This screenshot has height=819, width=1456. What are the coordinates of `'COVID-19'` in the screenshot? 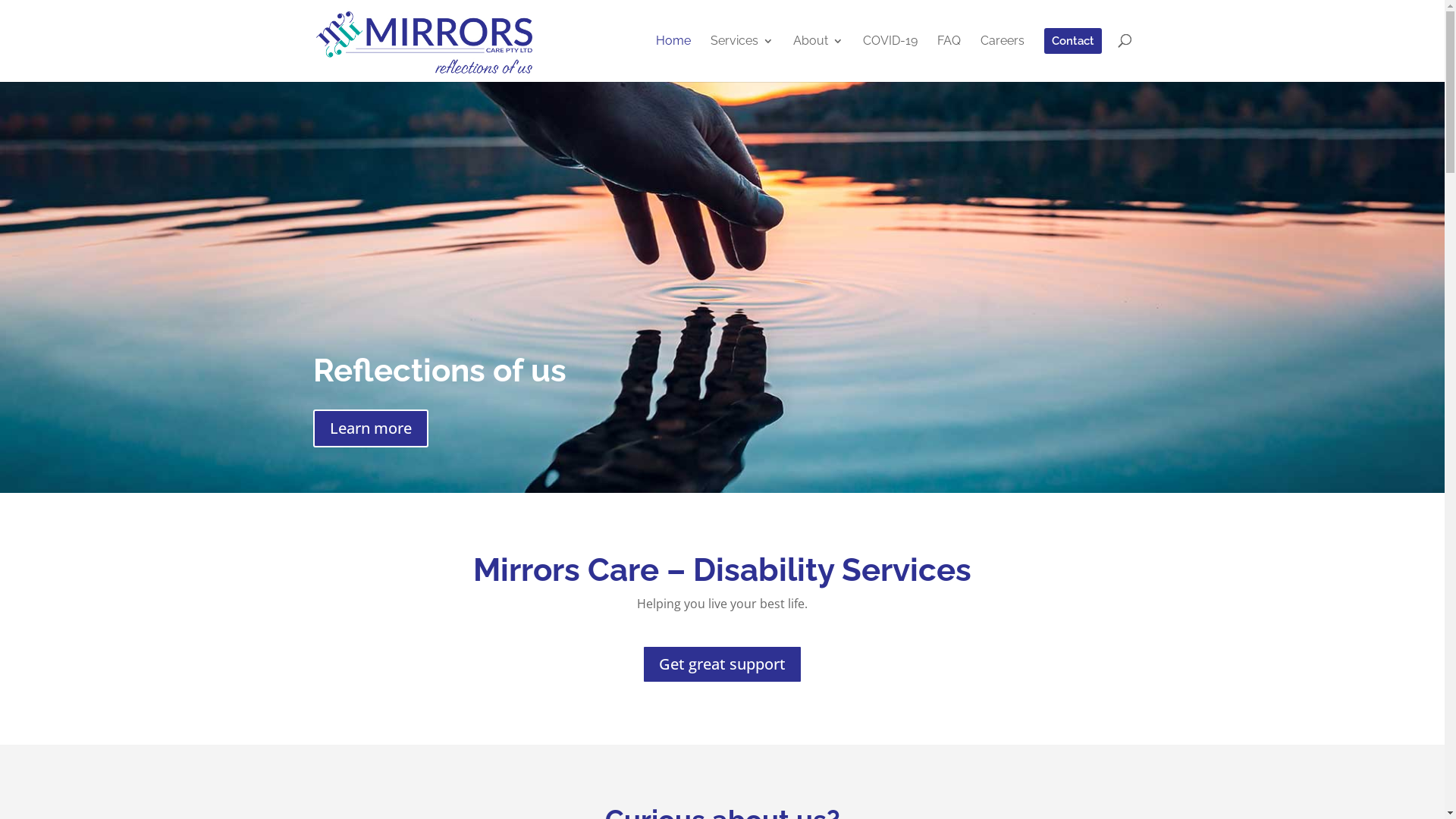 It's located at (890, 57).